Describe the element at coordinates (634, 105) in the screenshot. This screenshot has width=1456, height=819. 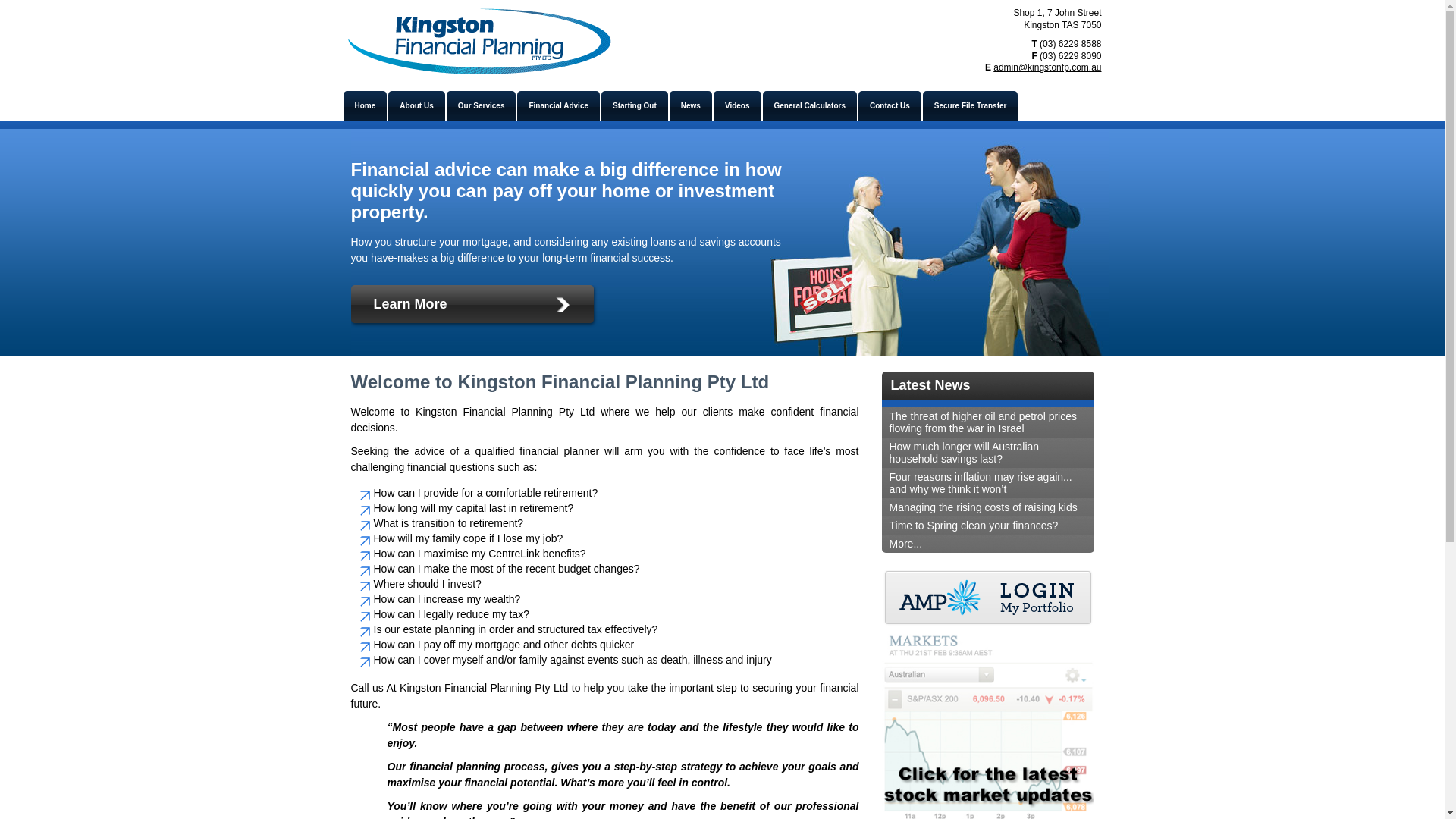
I see `'Starting Out'` at that location.